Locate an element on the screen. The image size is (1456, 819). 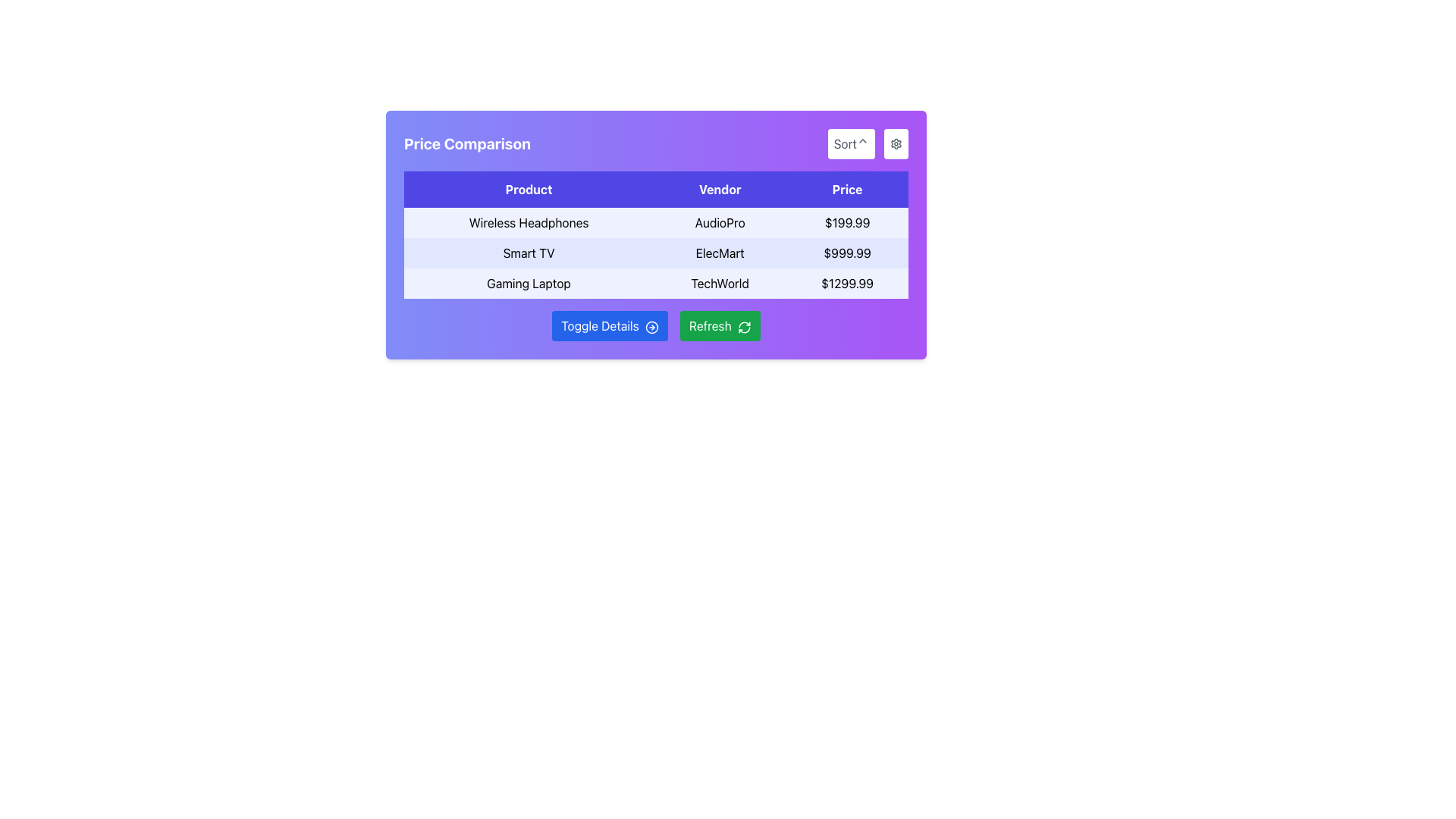
the table row presenting the product 'Gaming Laptop' from the 'Price Comparison' section is located at coordinates (656, 284).